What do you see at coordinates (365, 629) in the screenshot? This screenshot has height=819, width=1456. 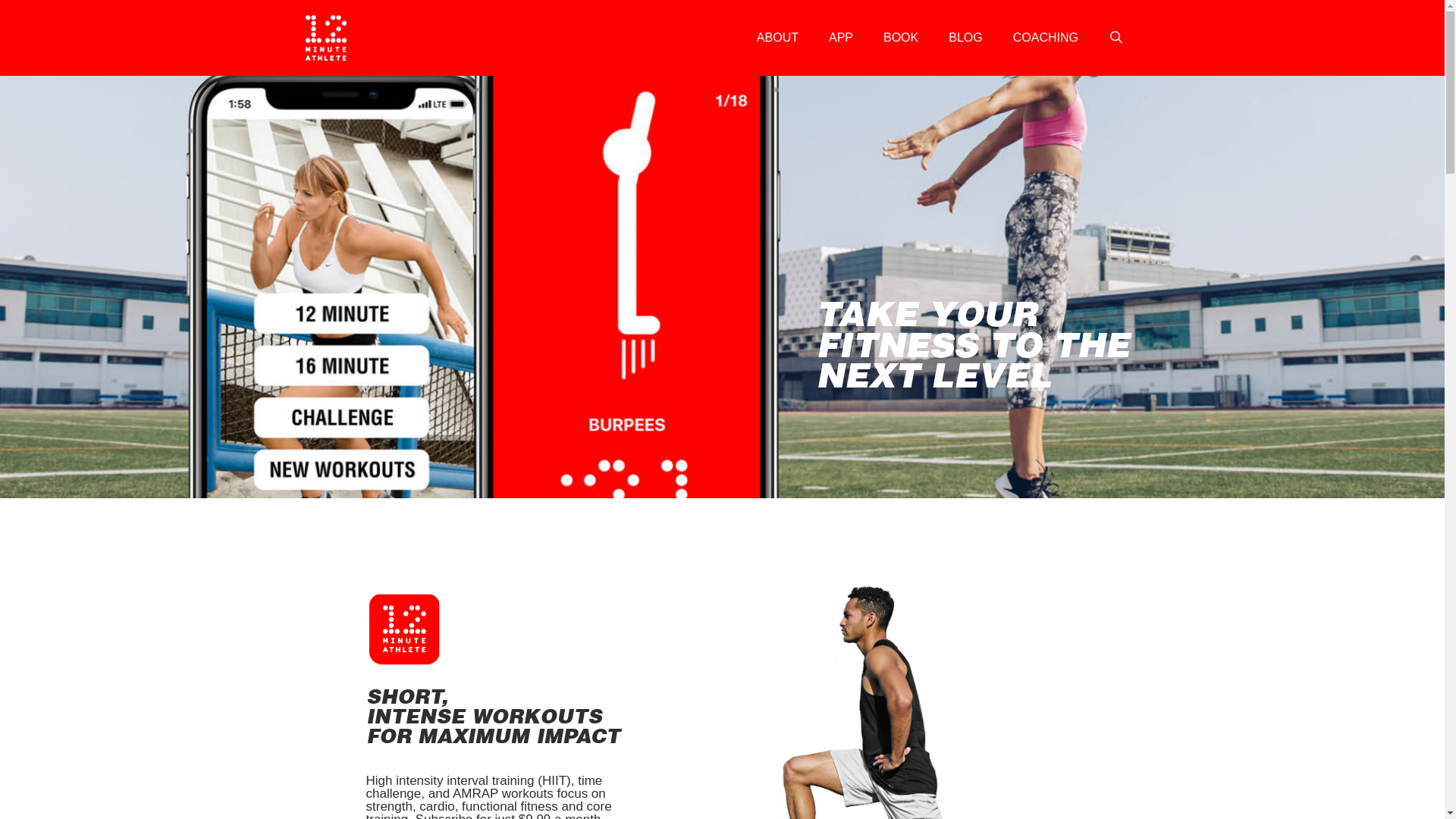 I see `'6'` at bounding box center [365, 629].